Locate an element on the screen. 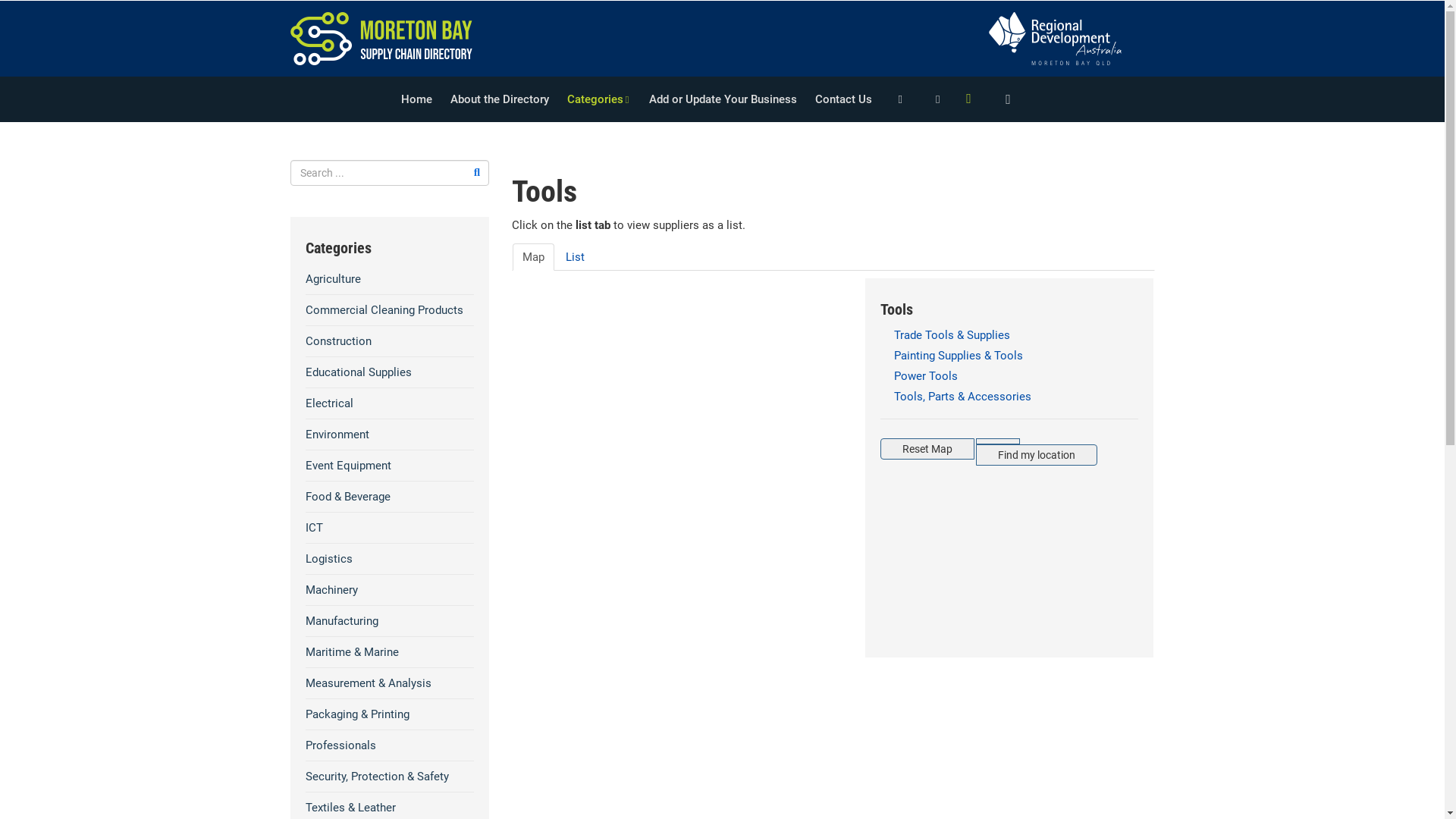 Image resolution: width=1456 pixels, height=819 pixels. 'List' is located at coordinates (574, 256).